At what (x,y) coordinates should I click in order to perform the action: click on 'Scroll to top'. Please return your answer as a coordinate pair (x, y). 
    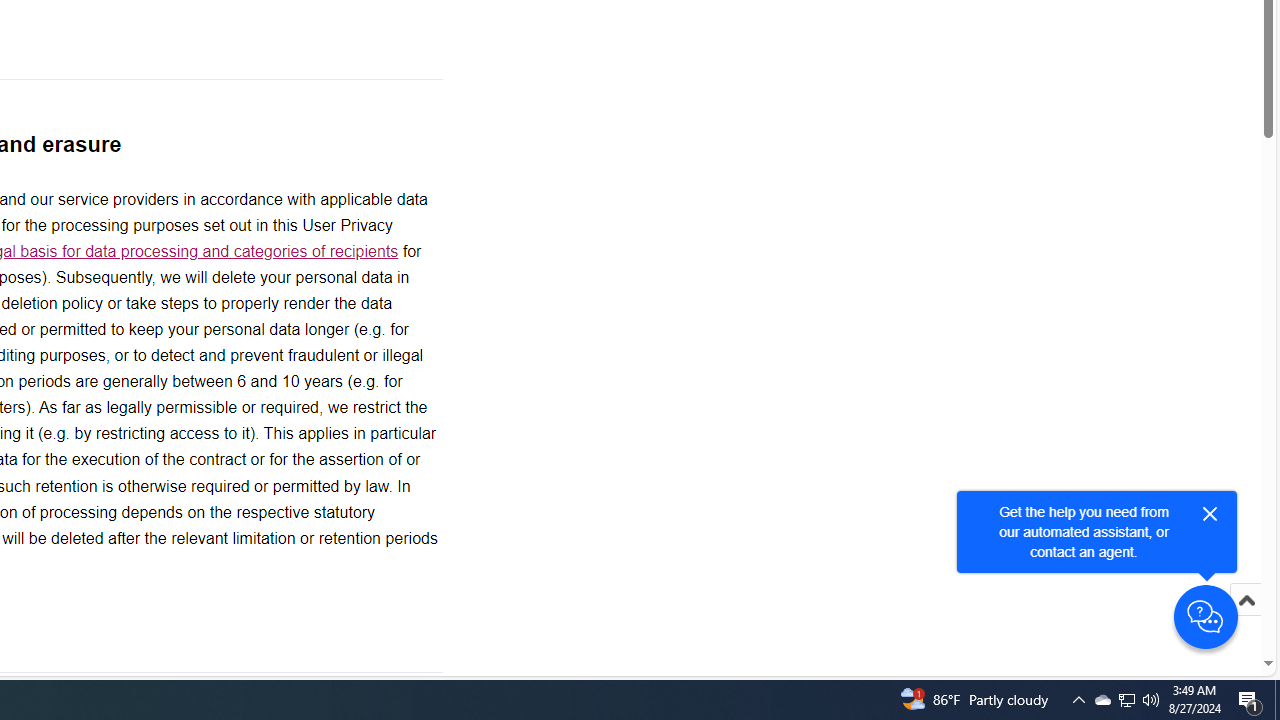
    Looking at the image, I should click on (1245, 598).